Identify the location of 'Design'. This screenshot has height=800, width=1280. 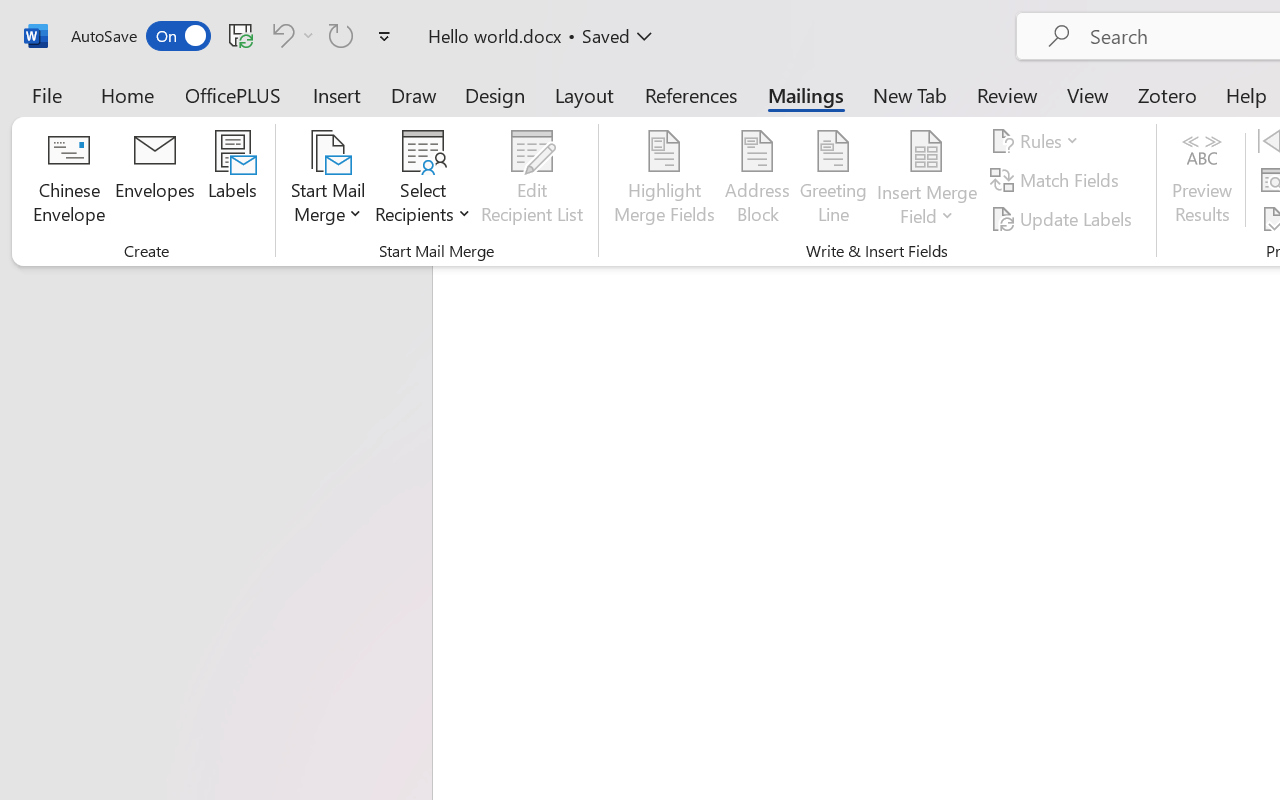
(495, 94).